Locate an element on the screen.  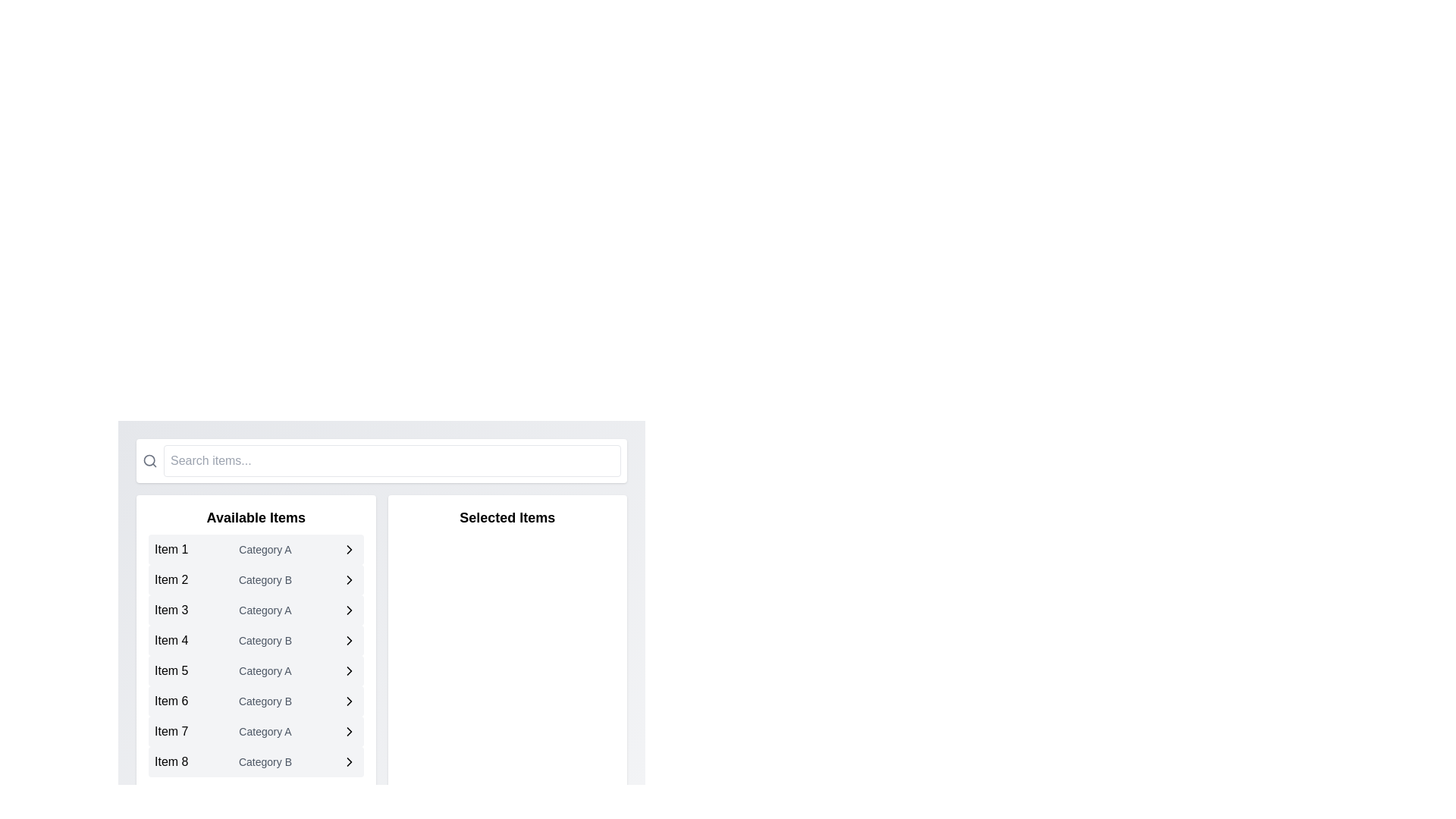
the text indicating the category associated with 'Item 8', which is located under 'Available Items' in the left column is located at coordinates (265, 762).